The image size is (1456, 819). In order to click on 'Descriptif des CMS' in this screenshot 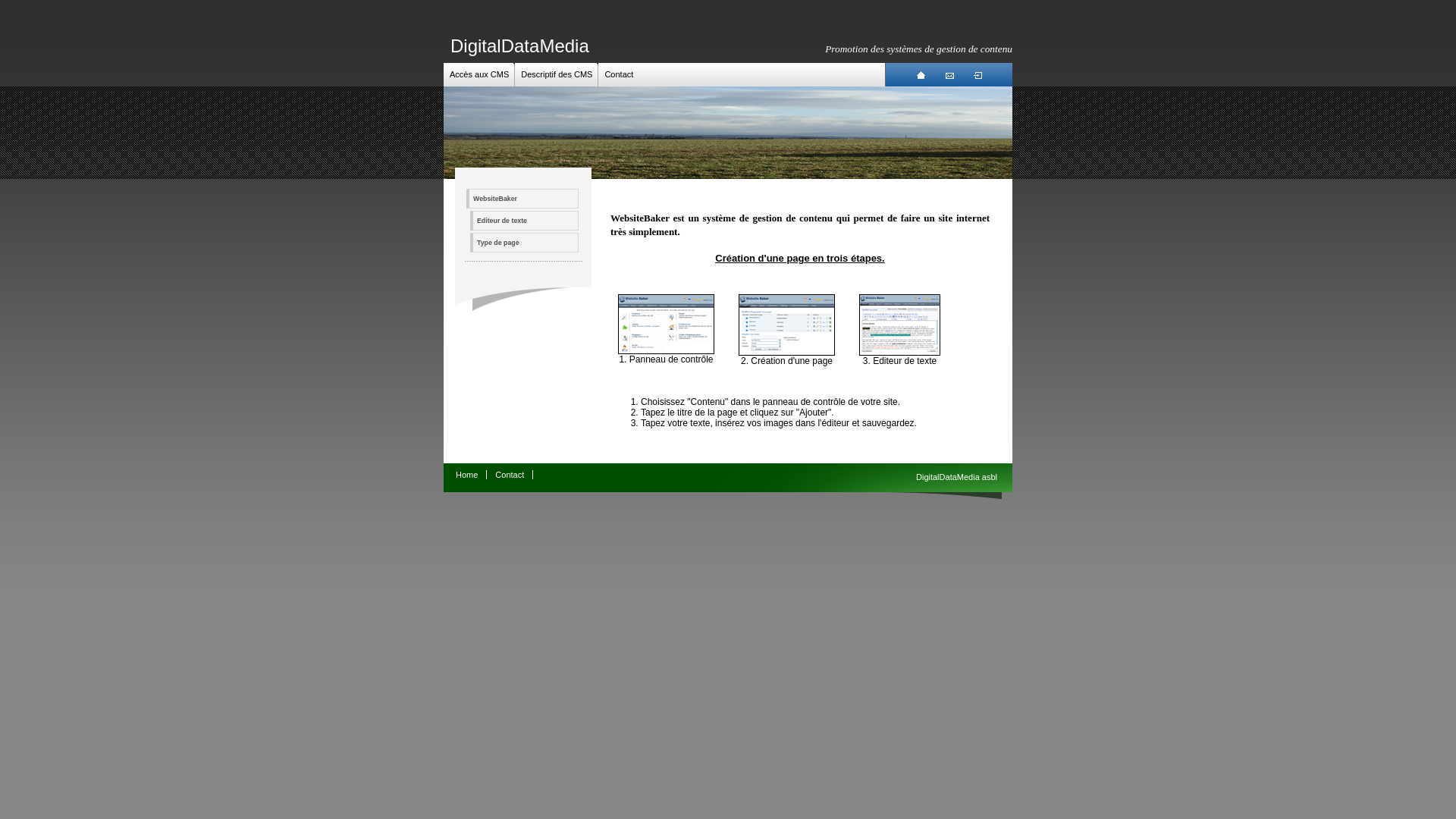, I will do `click(520, 74)`.